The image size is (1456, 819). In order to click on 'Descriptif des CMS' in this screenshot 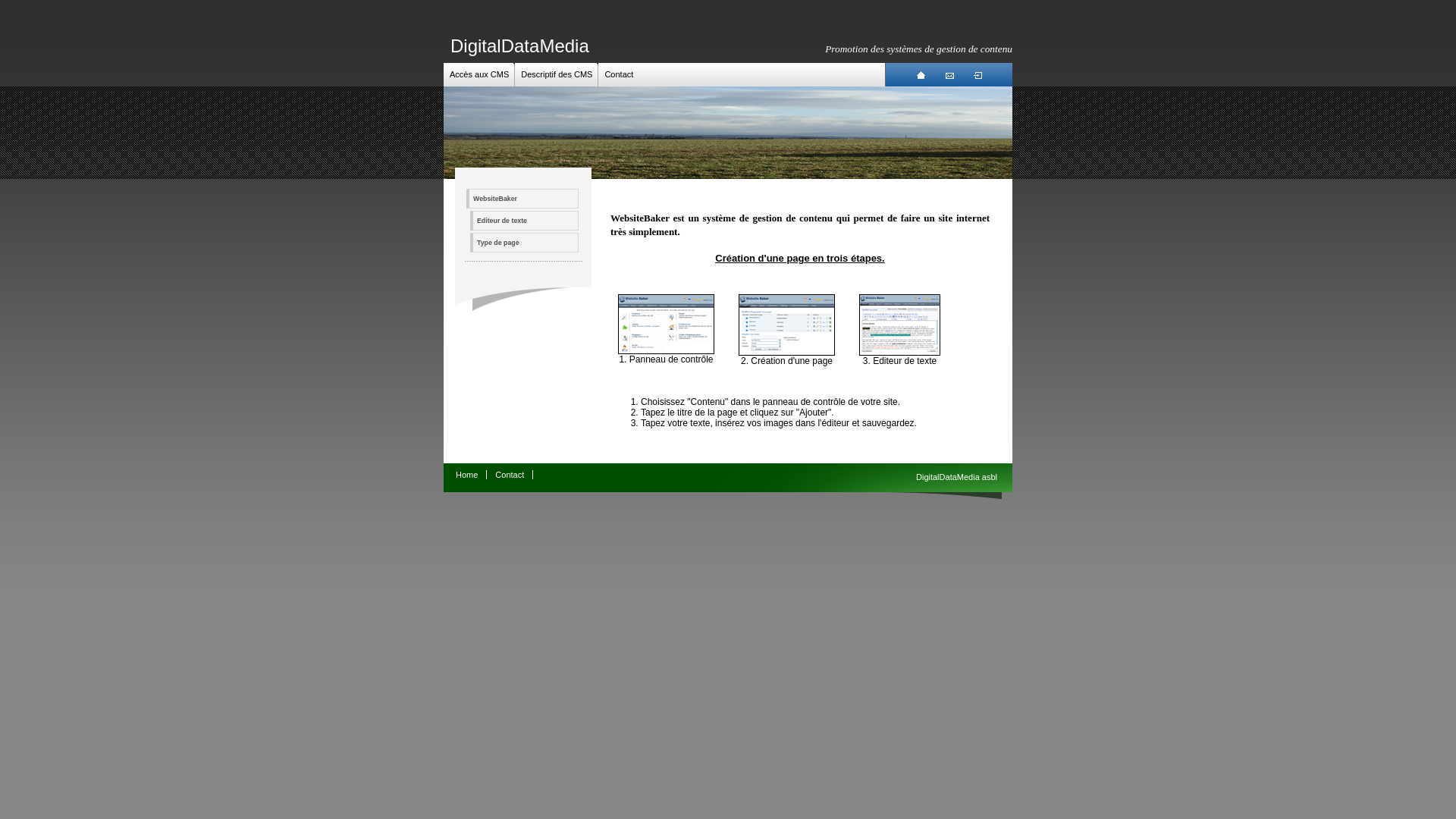, I will do `click(520, 74)`.